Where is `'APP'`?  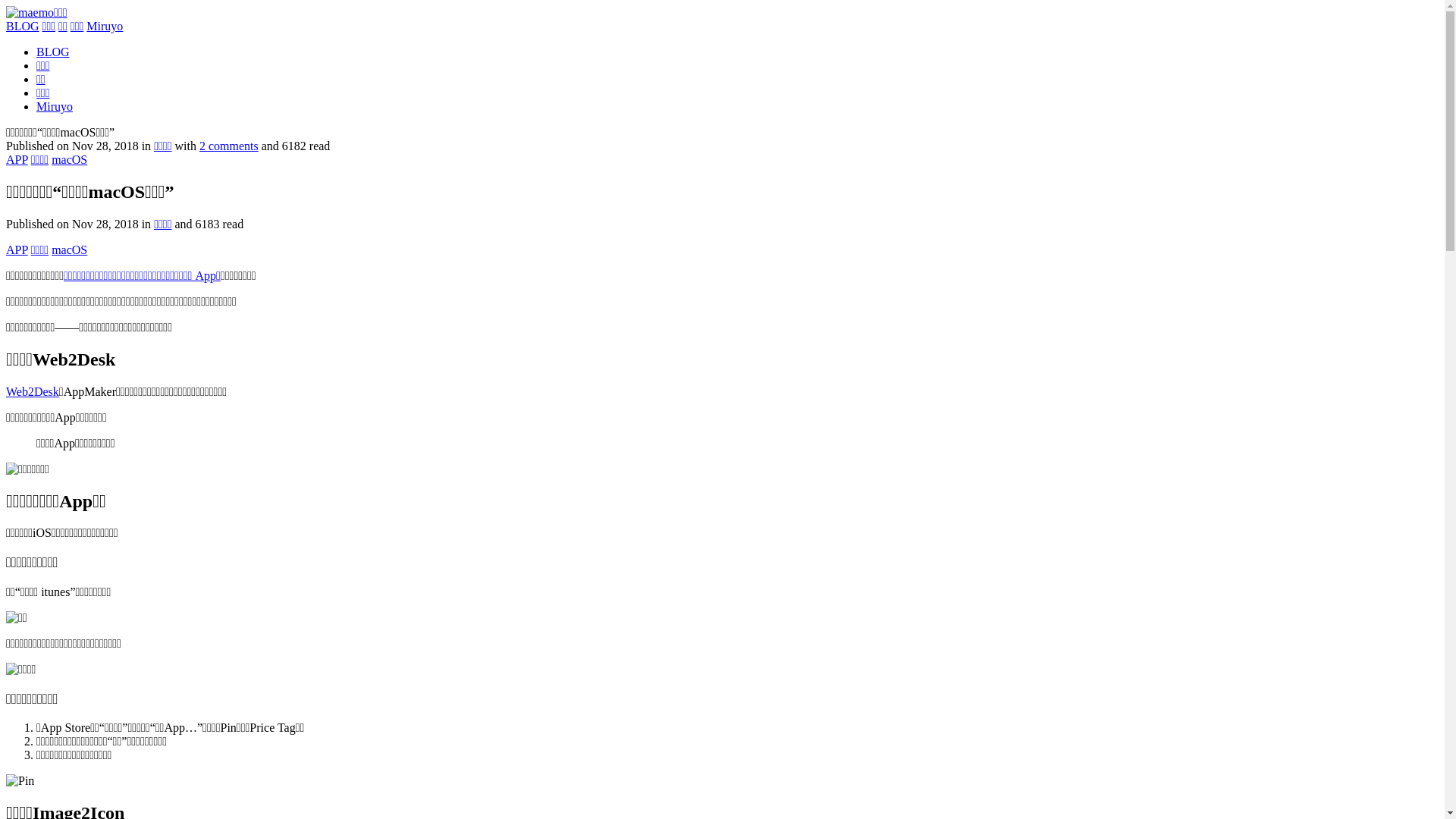
'APP' is located at coordinates (17, 249).